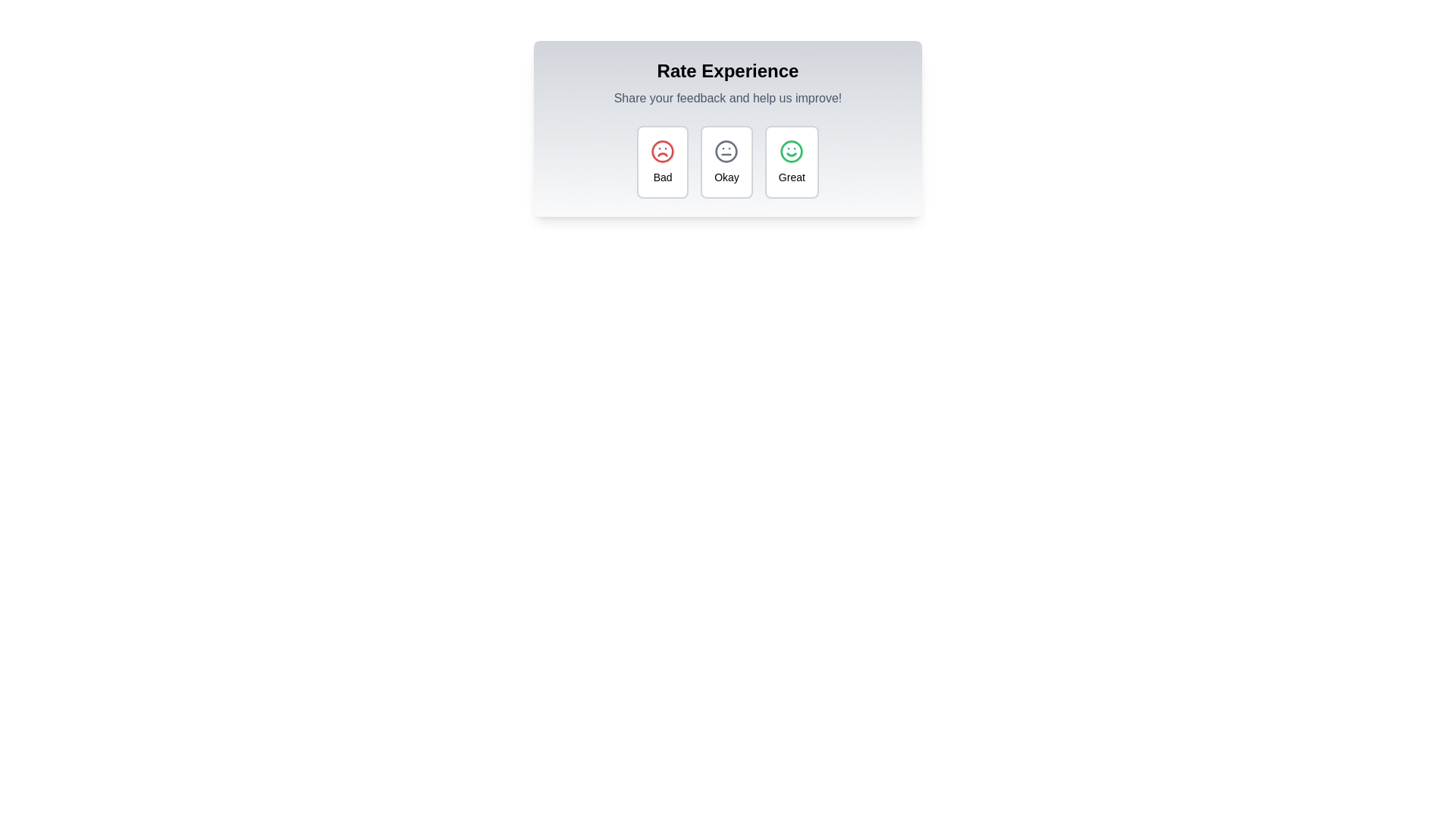 This screenshot has height=819, width=1456. What do you see at coordinates (726, 177) in the screenshot?
I see `the 'Okay' label, which is located below a neutral face icon in the second rating option of a horizontal layout` at bounding box center [726, 177].